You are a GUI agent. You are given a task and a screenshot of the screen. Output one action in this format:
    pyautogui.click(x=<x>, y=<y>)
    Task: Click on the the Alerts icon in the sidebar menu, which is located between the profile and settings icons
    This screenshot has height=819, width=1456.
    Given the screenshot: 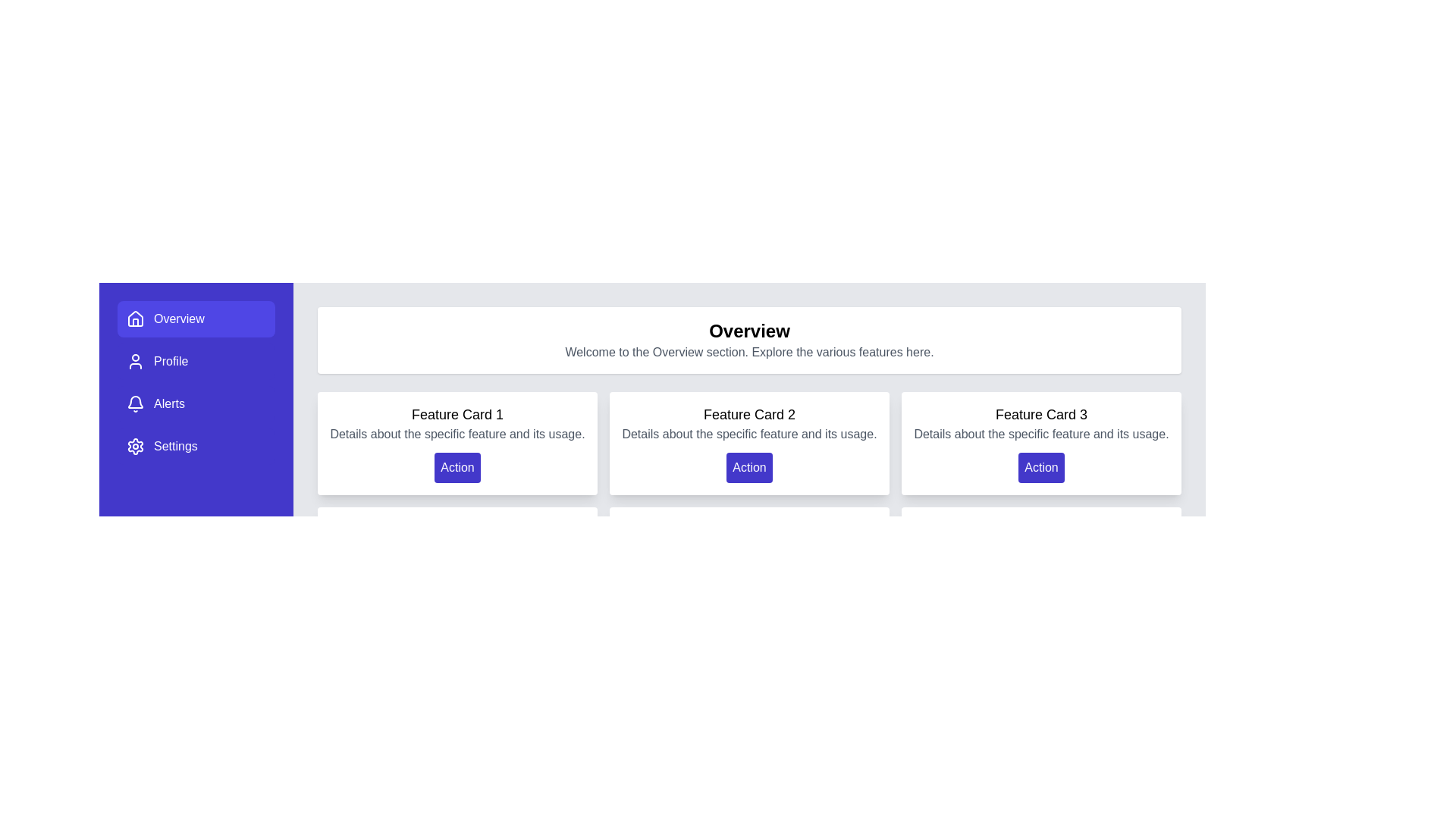 What is the action you would take?
    pyautogui.click(x=135, y=401)
    